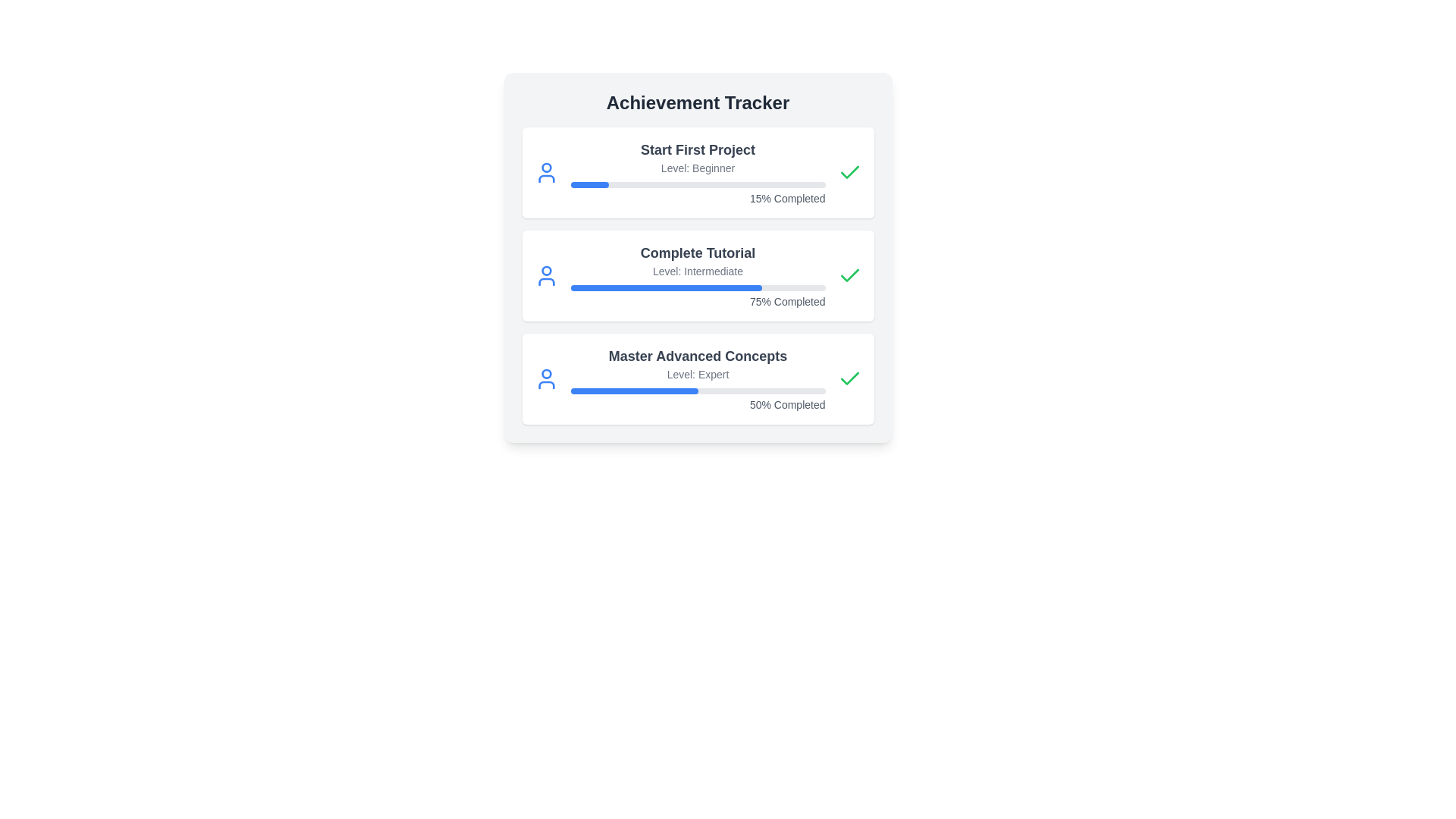 This screenshot has width=1456, height=819. What do you see at coordinates (588, 184) in the screenshot?
I see `the completion percentage of the blue progress bar segment within the gray progress bar of the 'Start First Project' section in the Achievement Tracker interface` at bounding box center [588, 184].